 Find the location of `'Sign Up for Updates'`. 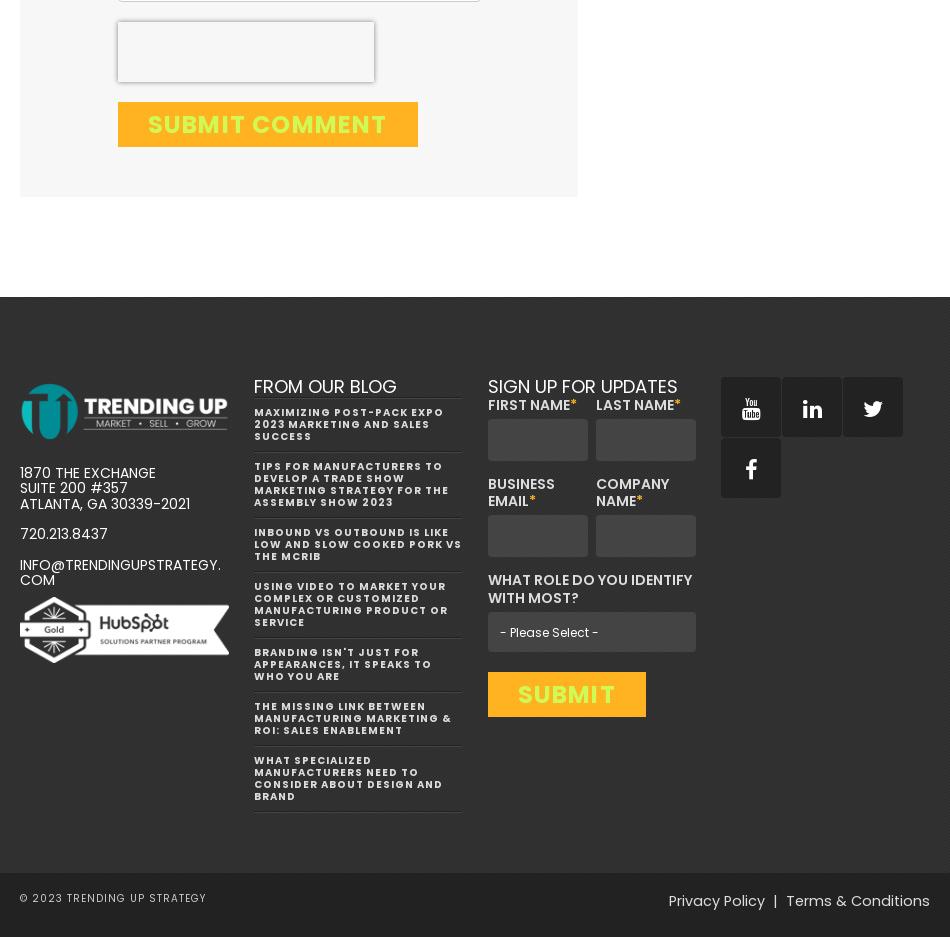

'Sign Up for Updates' is located at coordinates (581, 384).